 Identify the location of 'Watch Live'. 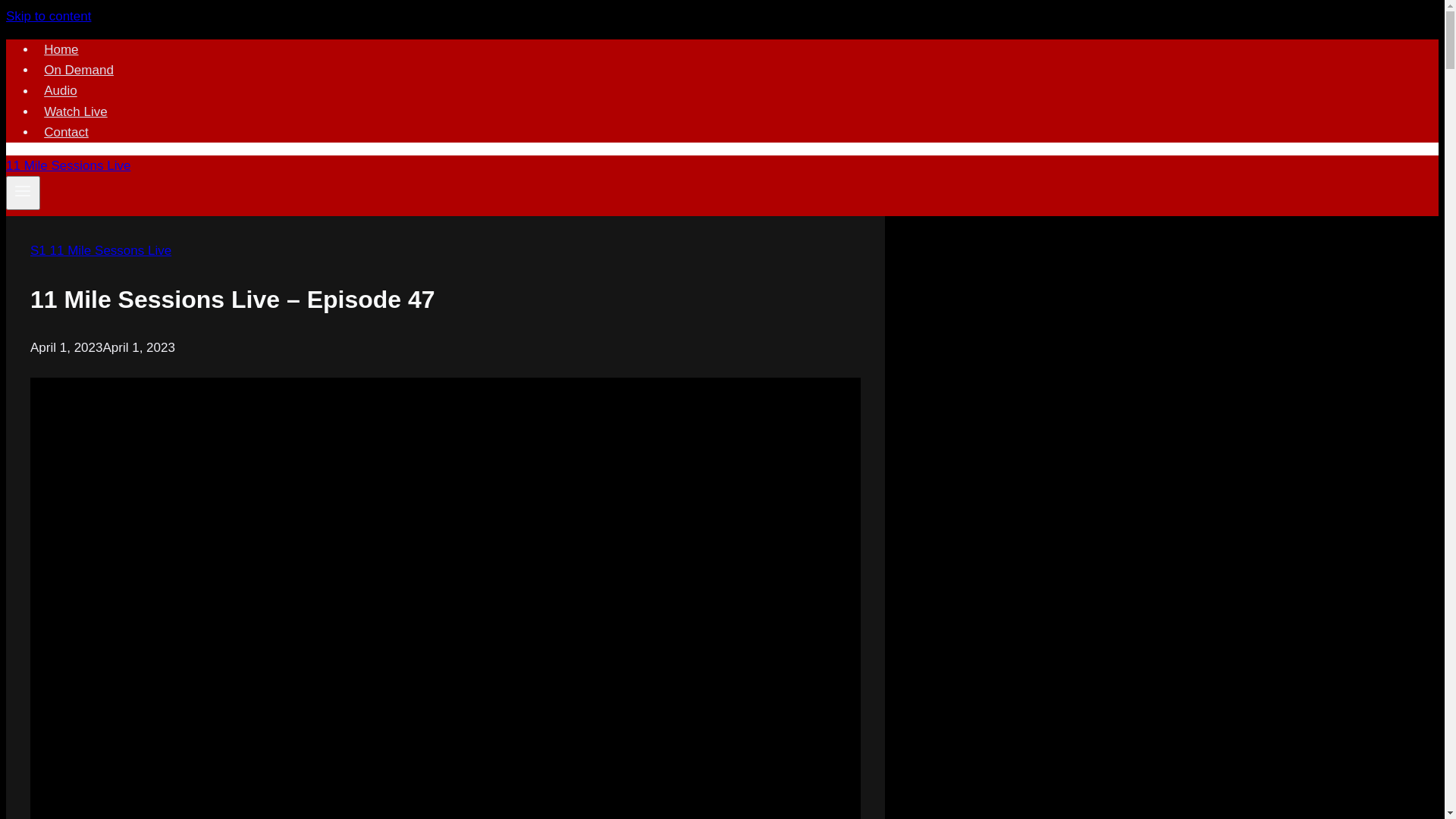
(75, 111).